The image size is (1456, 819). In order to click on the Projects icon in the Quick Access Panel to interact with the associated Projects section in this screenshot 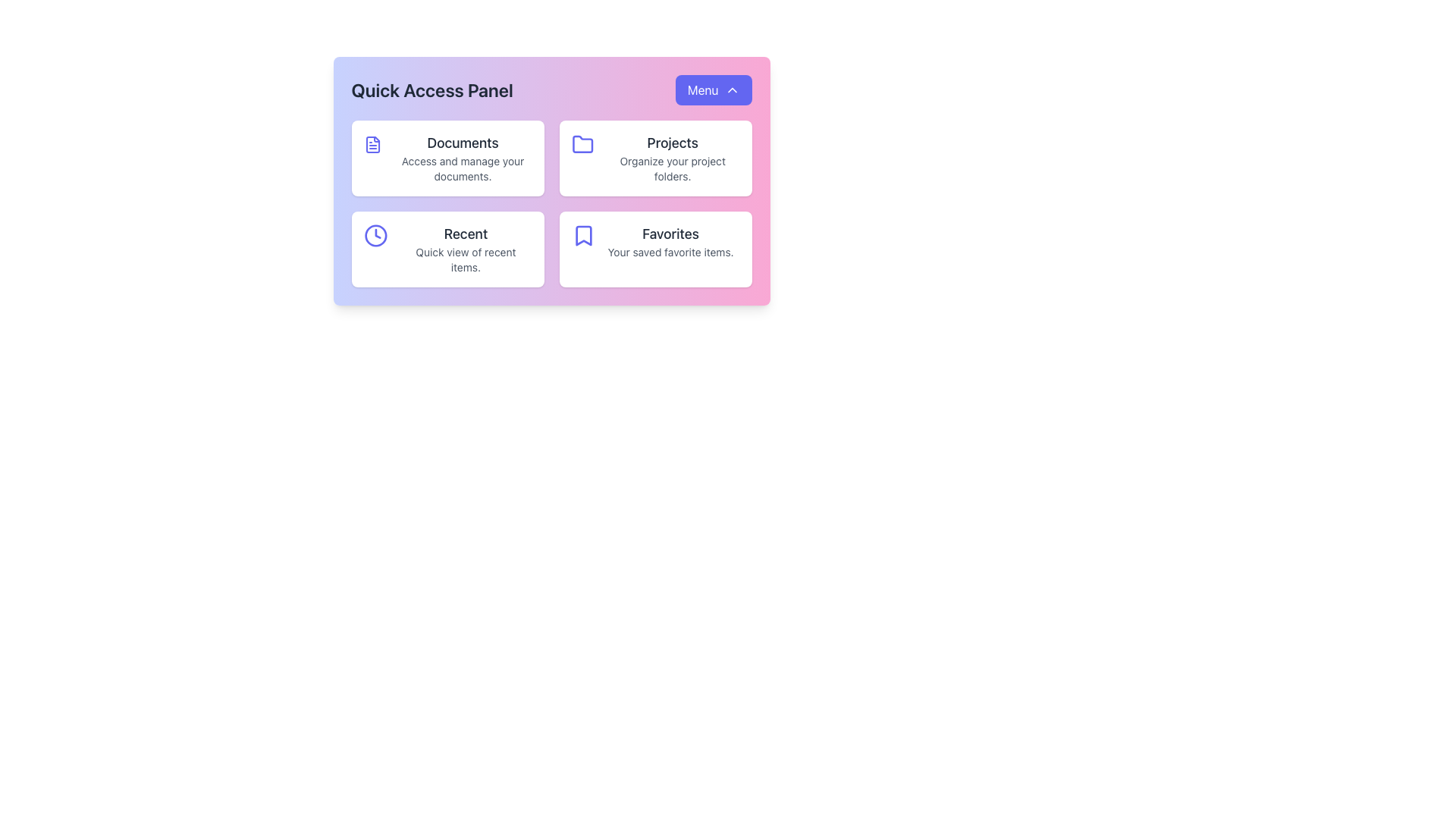, I will do `click(582, 143)`.